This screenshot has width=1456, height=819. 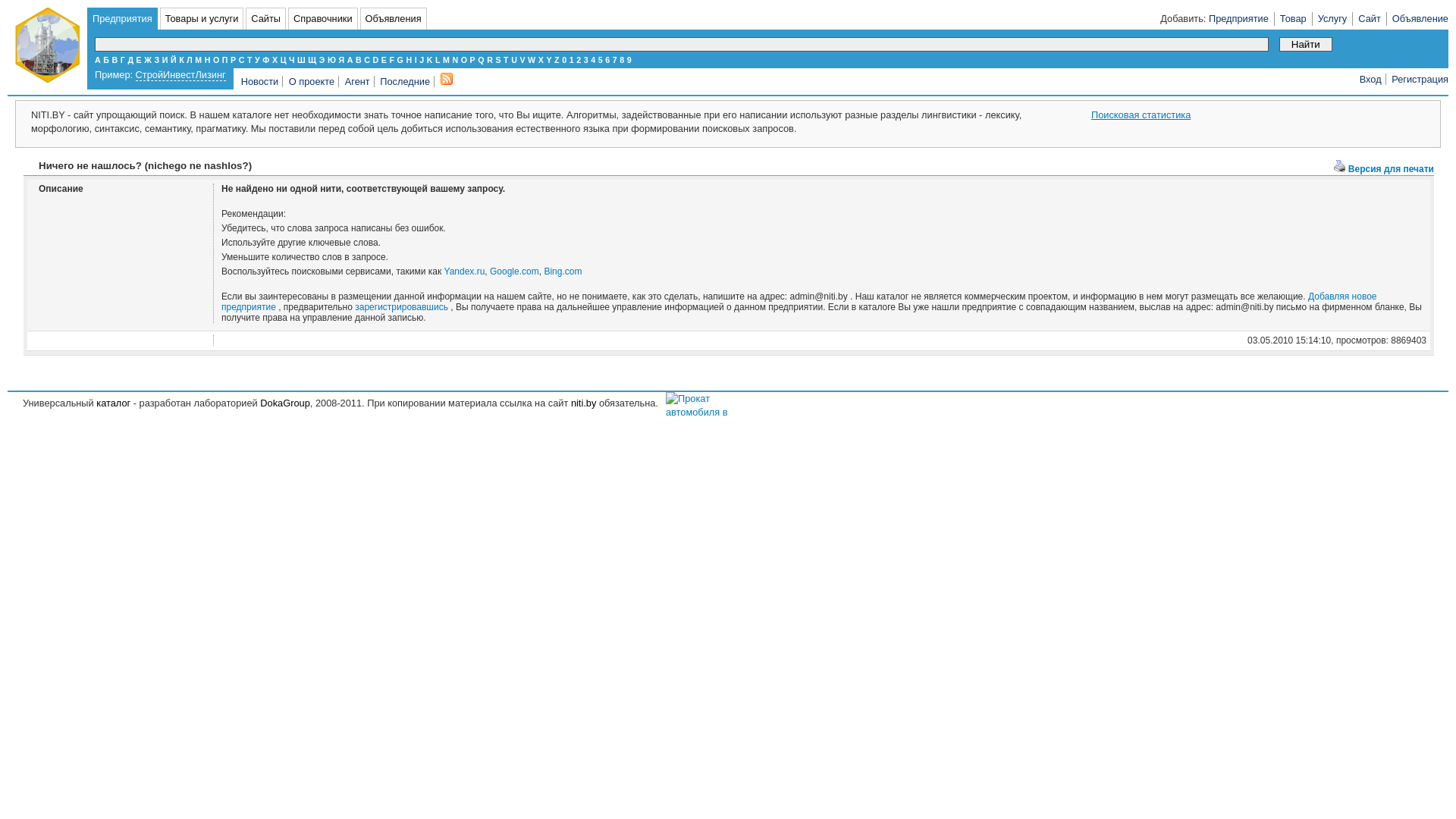 I want to click on '5', so click(x=600, y=58).